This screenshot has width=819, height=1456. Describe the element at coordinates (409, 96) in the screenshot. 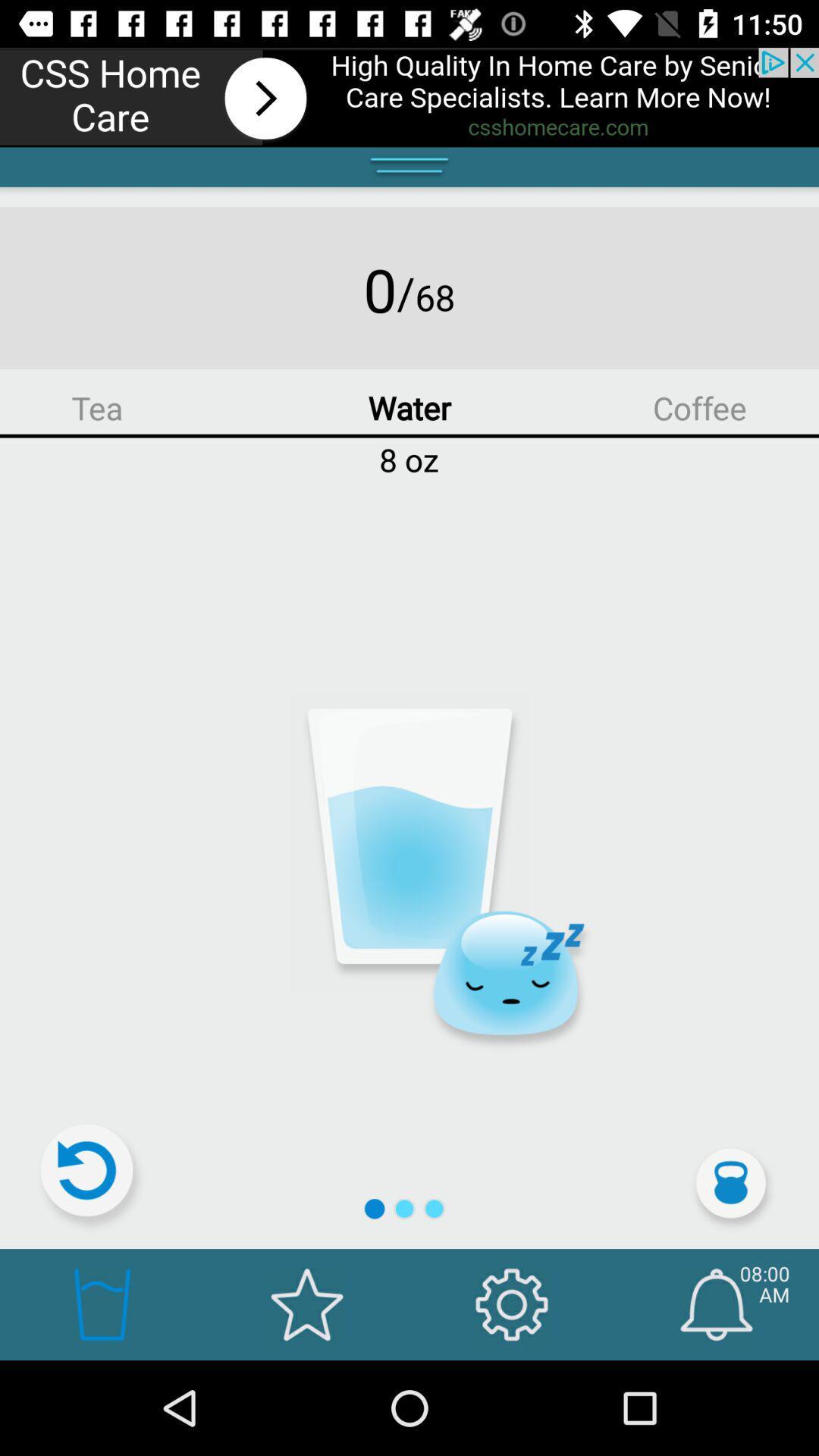

I see `banner` at that location.